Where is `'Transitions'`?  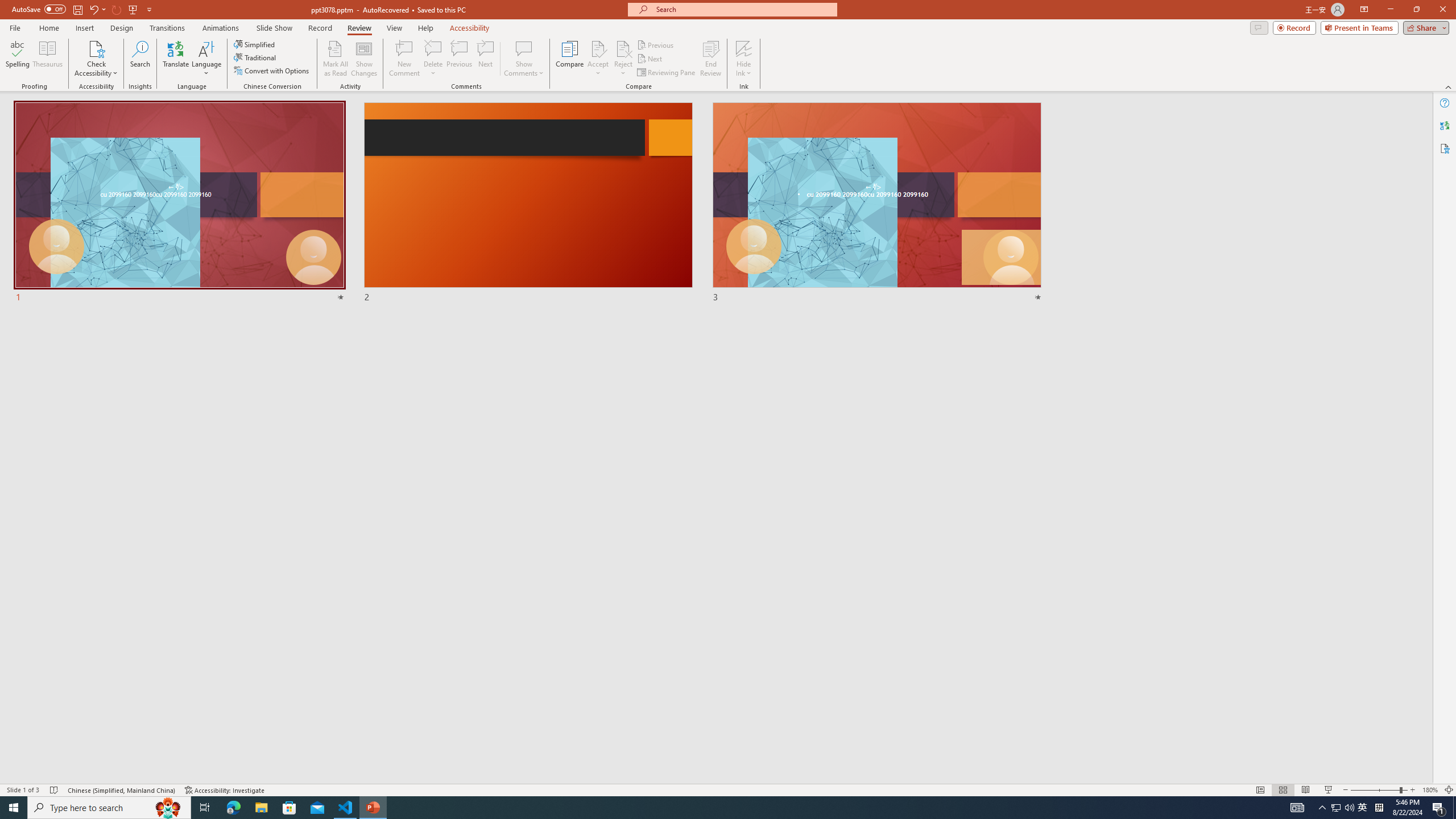 'Transitions' is located at coordinates (167, 28).